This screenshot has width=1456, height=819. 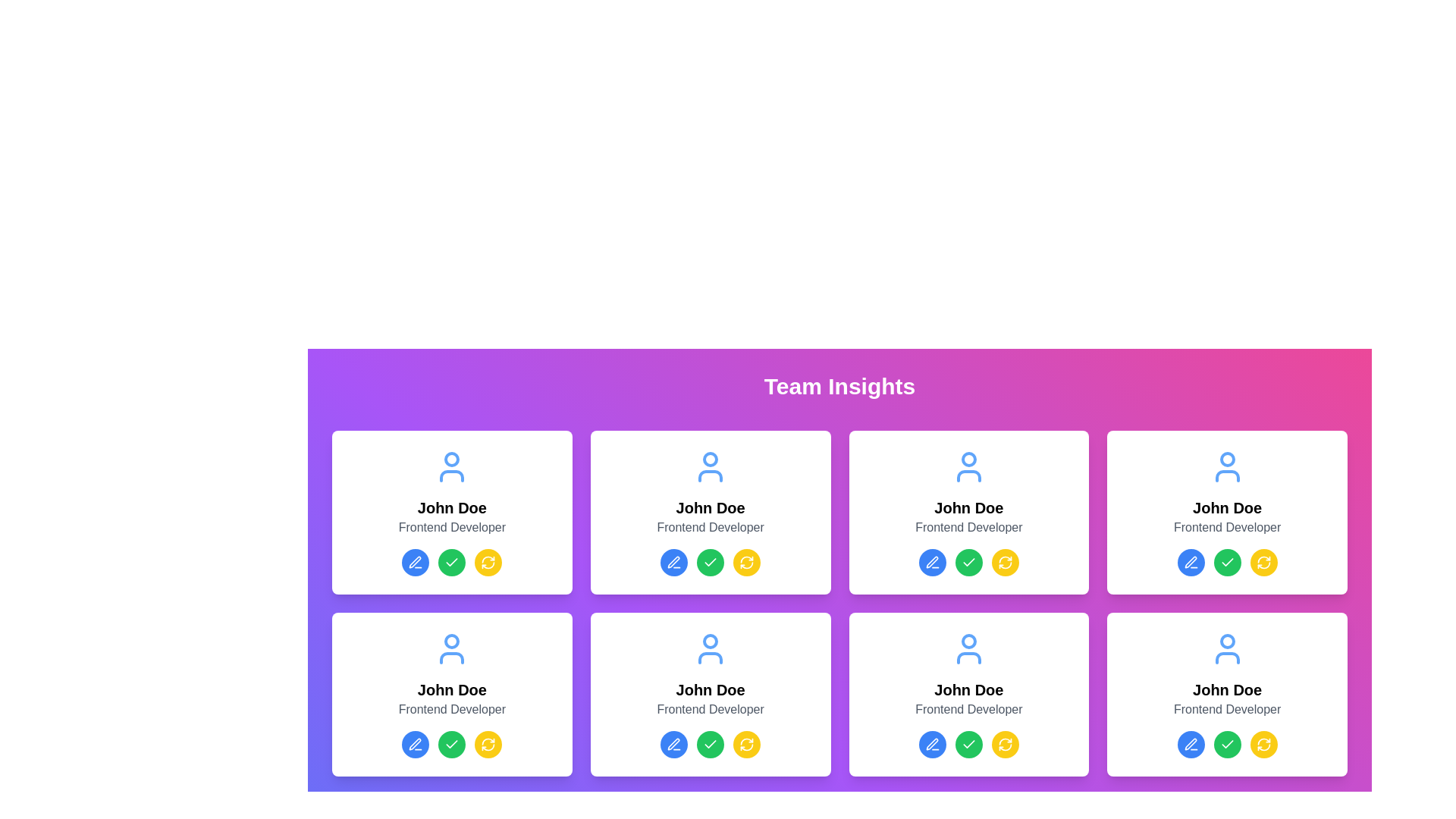 I want to click on the small green circle icon containing a white checkmark to approve or confirm, located in the bottom-right card's action buttons row, so click(x=968, y=744).